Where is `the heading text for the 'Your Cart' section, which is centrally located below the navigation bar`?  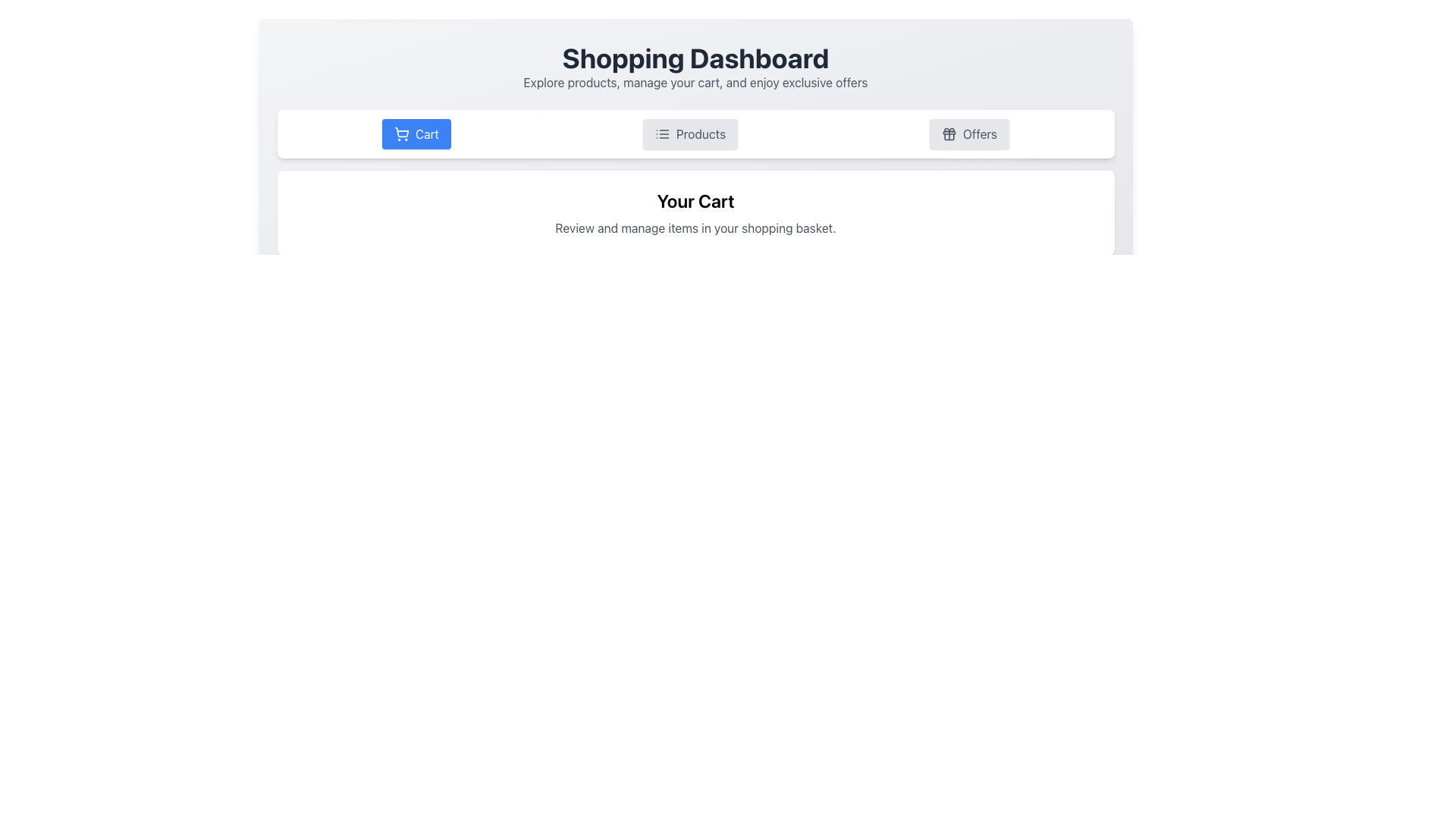
the heading text for the 'Your Cart' section, which is centrally located below the navigation bar is located at coordinates (695, 200).